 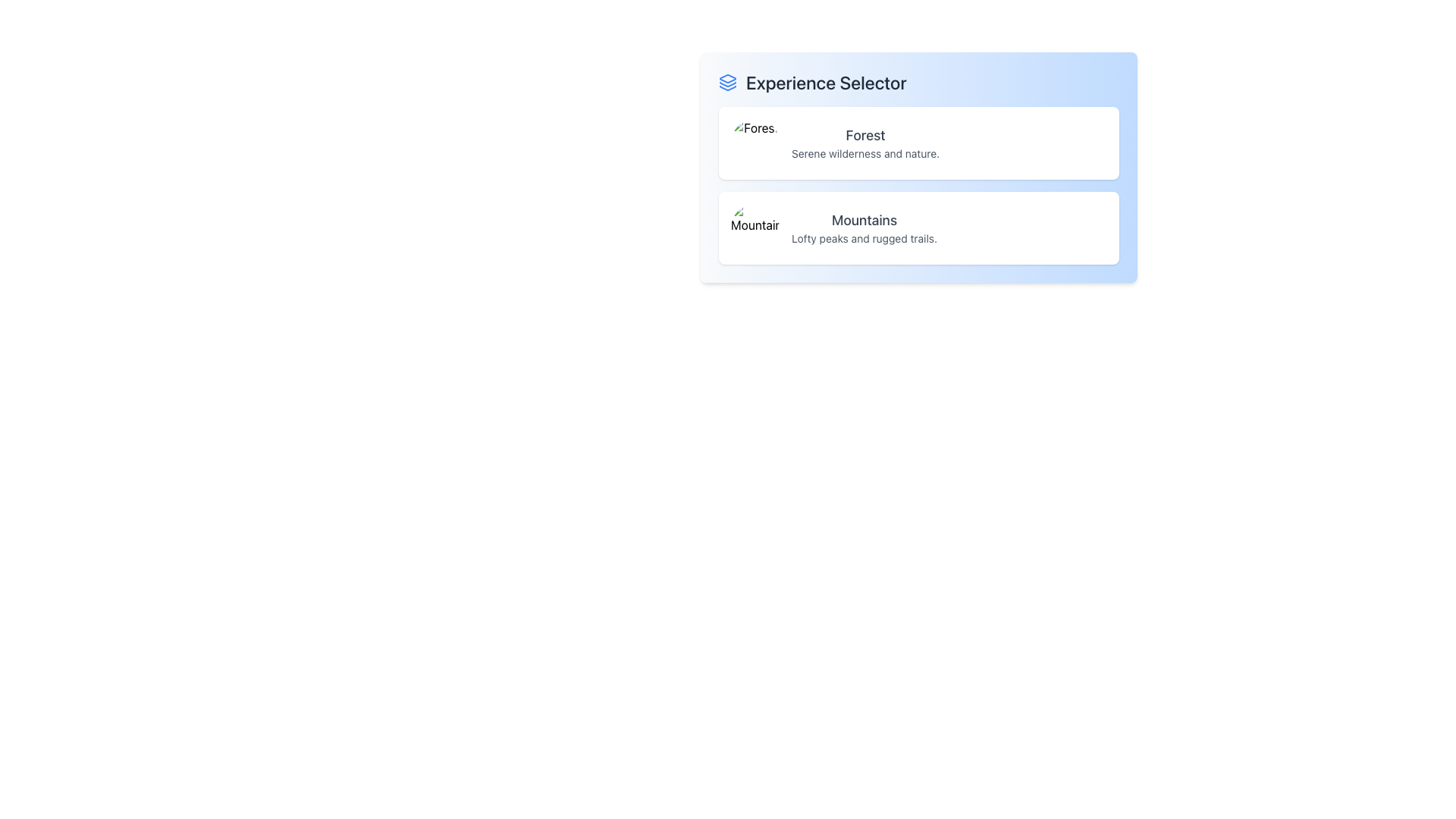 I want to click on on the compound text block element titled 'Mountains' that includes the description 'Lofty peaks and rugged trails' located in the lower card of the two horizontally aligned cards, so click(x=864, y=227).